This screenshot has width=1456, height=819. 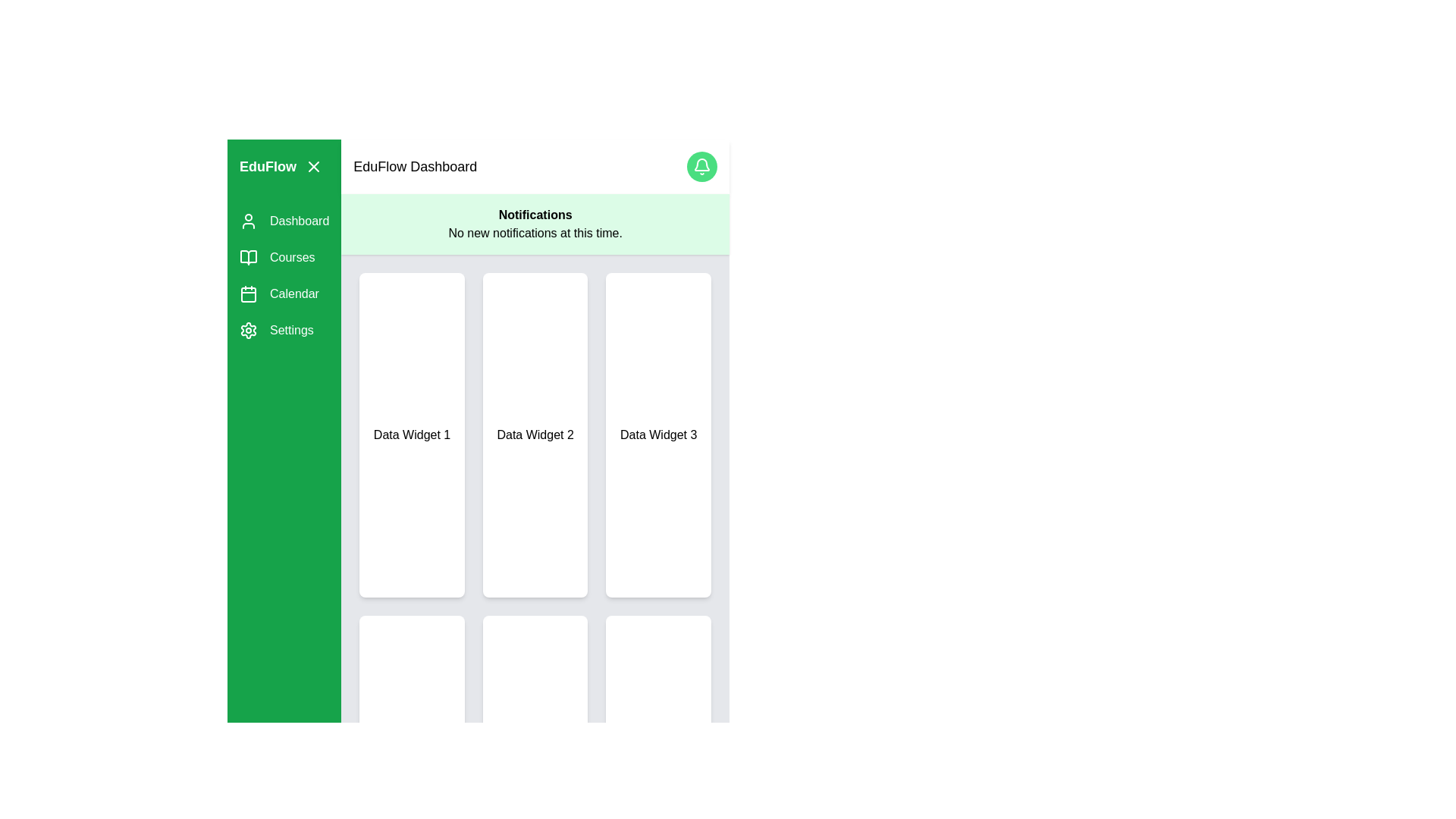 What do you see at coordinates (535, 435) in the screenshot?
I see `the second data widget panel located in the top row of the grid layout, positioned between 'Data Widget 1' and 'Data Widget 3'` at bounding box center [535, 435].